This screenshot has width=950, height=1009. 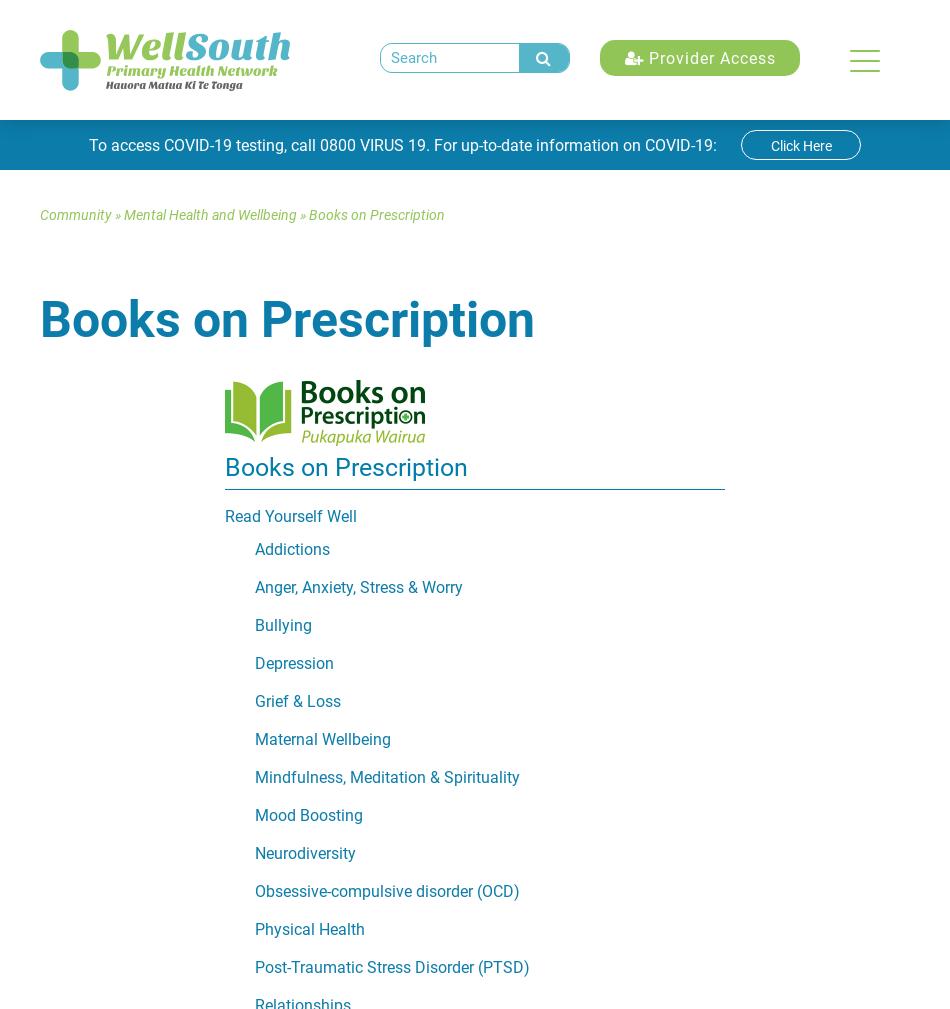 I want to click on 'To access COVID-19 testing, call 0800 VIRUS 19. For up-to-date information on COVID-19:', so click(x=403, y=144).